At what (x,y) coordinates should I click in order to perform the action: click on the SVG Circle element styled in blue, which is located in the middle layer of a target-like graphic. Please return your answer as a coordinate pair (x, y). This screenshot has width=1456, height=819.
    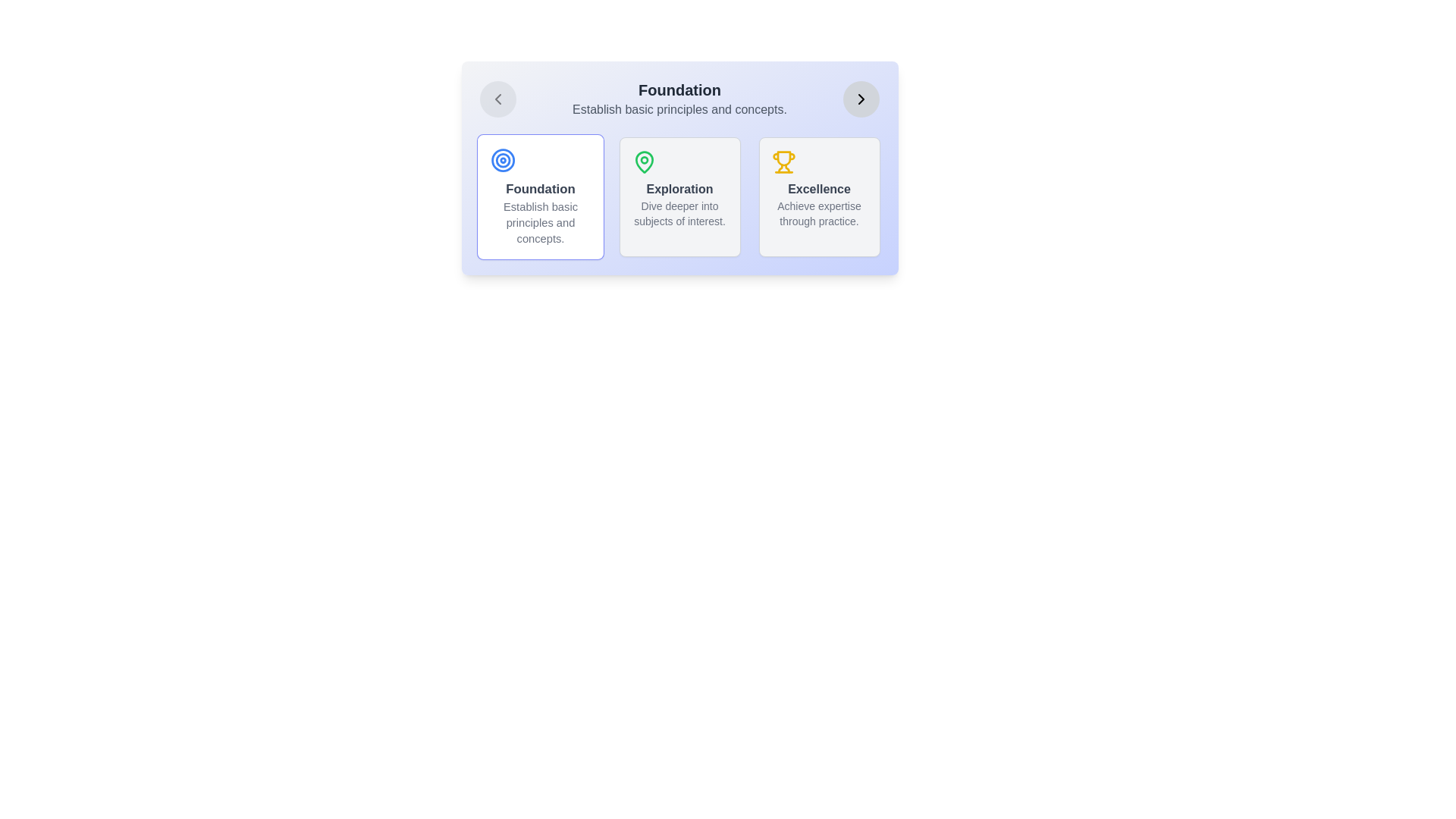
    Looking at the image, I should click on (503, 160).